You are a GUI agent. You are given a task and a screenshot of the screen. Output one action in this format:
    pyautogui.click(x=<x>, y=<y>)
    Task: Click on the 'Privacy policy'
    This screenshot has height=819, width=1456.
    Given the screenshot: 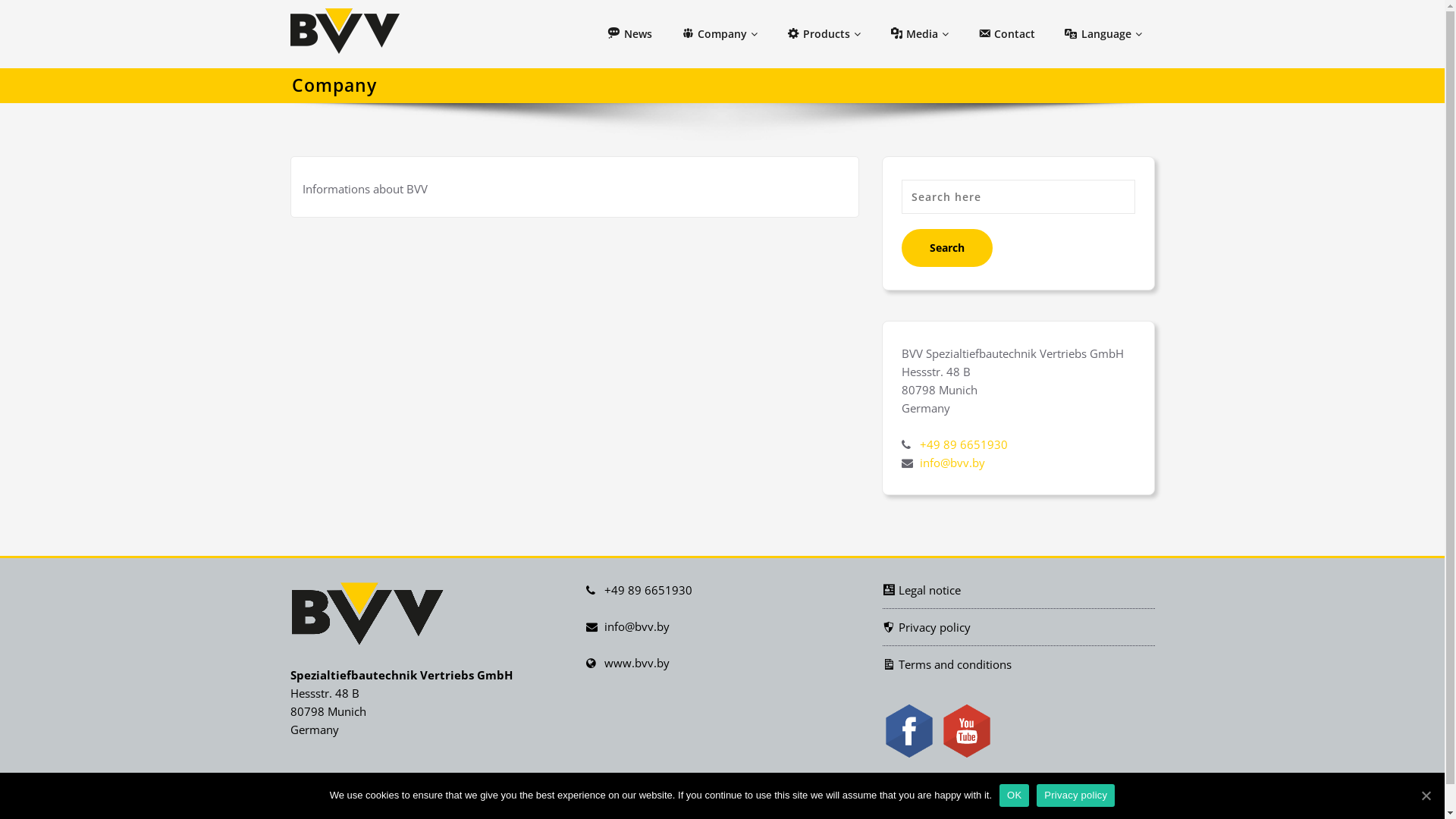 What is the action you would take?
    pyautogui.click(x=924, y=626)
    